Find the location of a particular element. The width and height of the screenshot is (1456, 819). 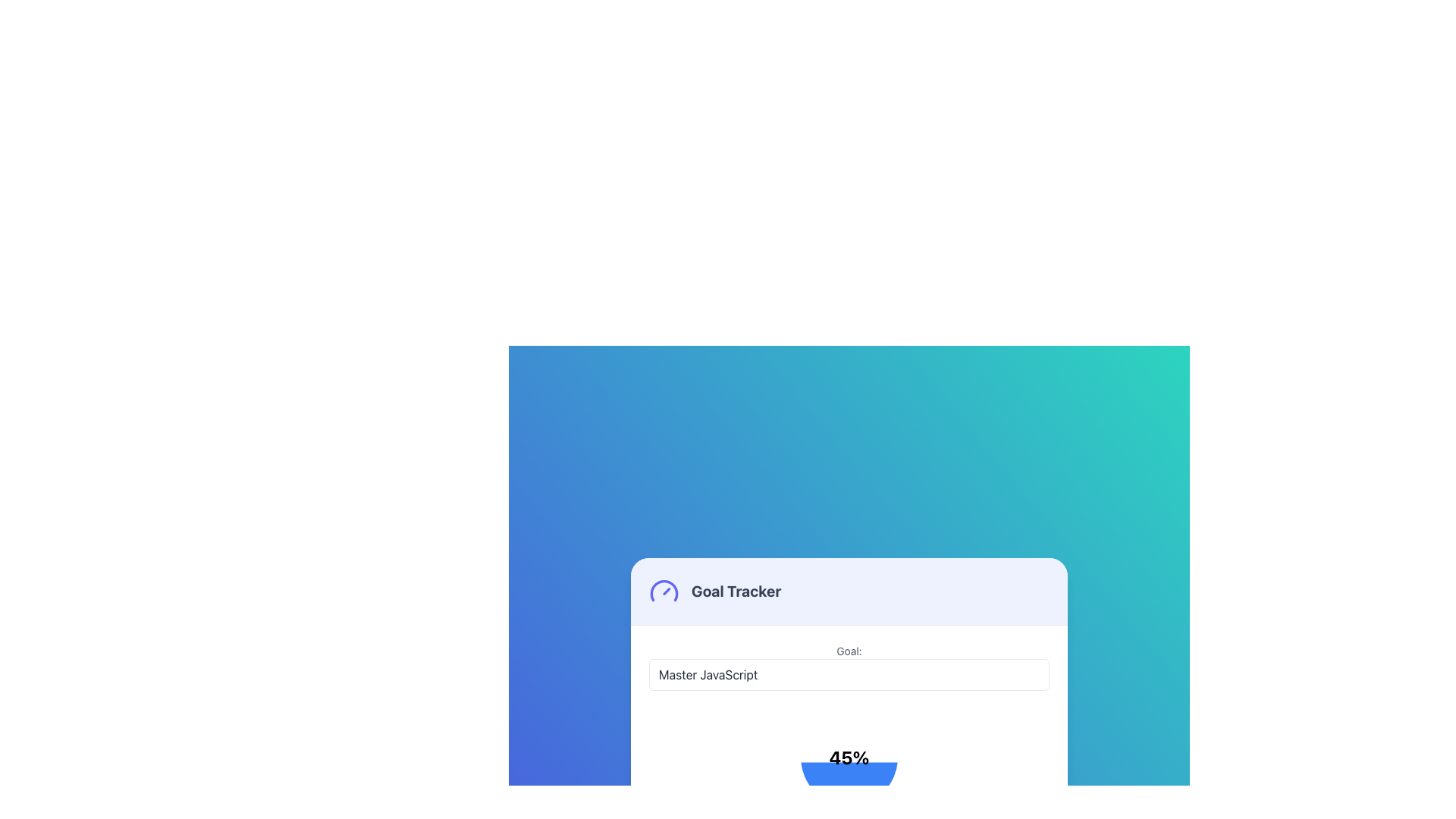

the Circular Progress Indicator that displays '45%' and is centrally located below the 'Goal' input field and above the 'Increase' and 'Decrease' buttons is located at coordinates (848, 758).